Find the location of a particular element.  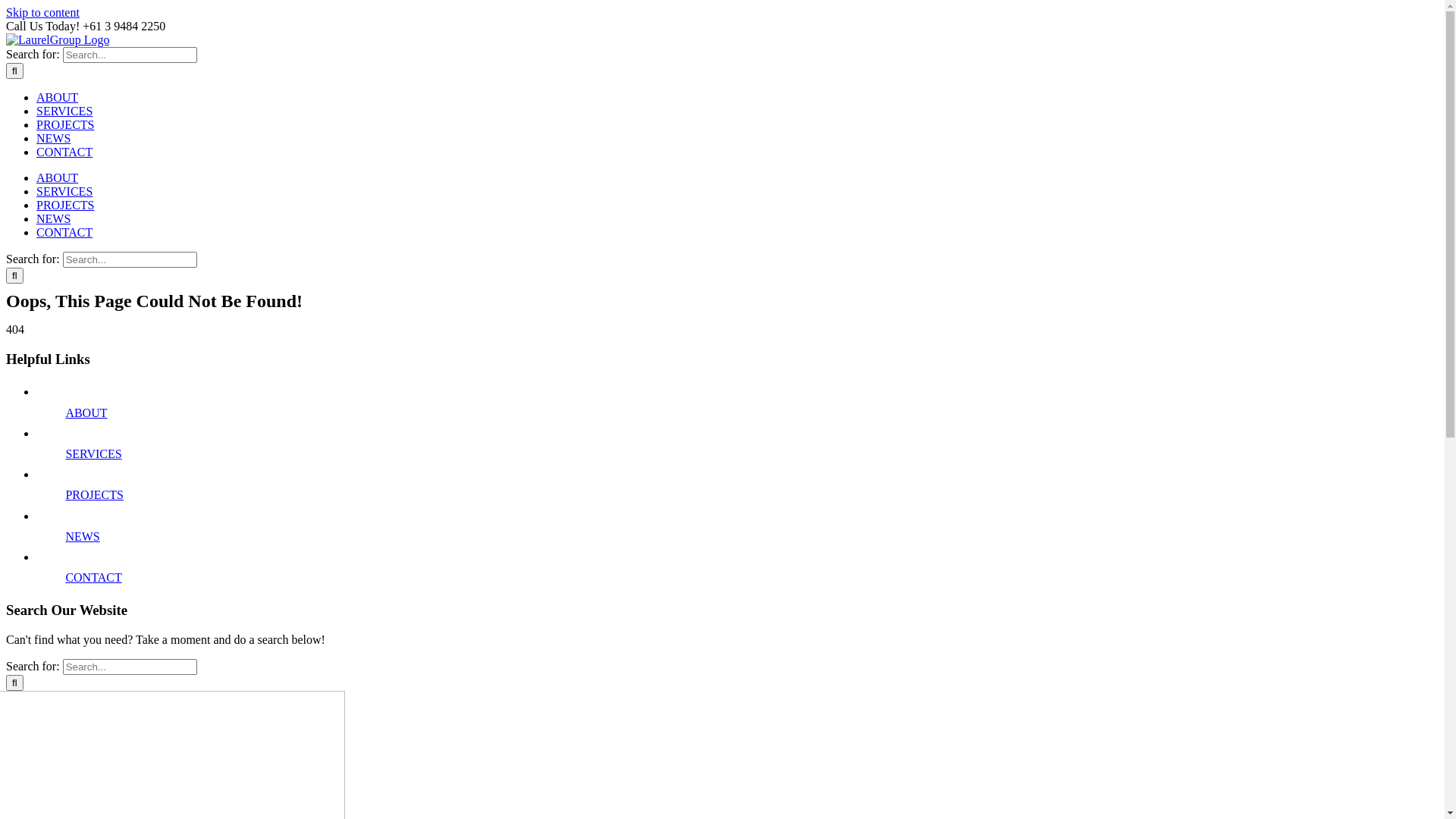

'SERVICES' is located at coordinates (64, 110).